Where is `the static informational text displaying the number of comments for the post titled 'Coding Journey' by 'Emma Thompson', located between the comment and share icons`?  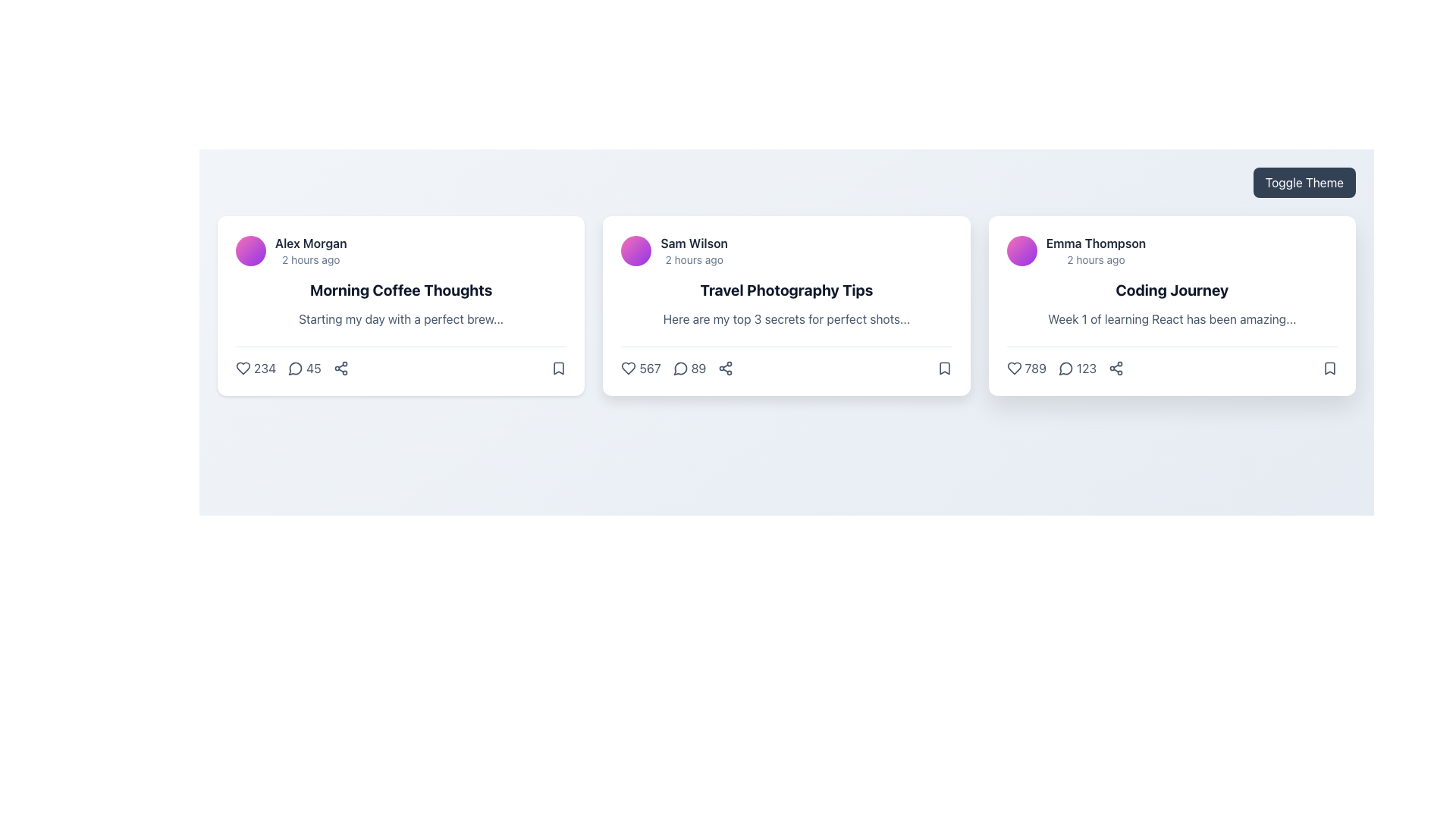 the static informational text displaying the number of comments for the post titled 'Coding Journey' by 'Emma Thompson', located between the comment and share icons is located at coordinates (1086, 369).